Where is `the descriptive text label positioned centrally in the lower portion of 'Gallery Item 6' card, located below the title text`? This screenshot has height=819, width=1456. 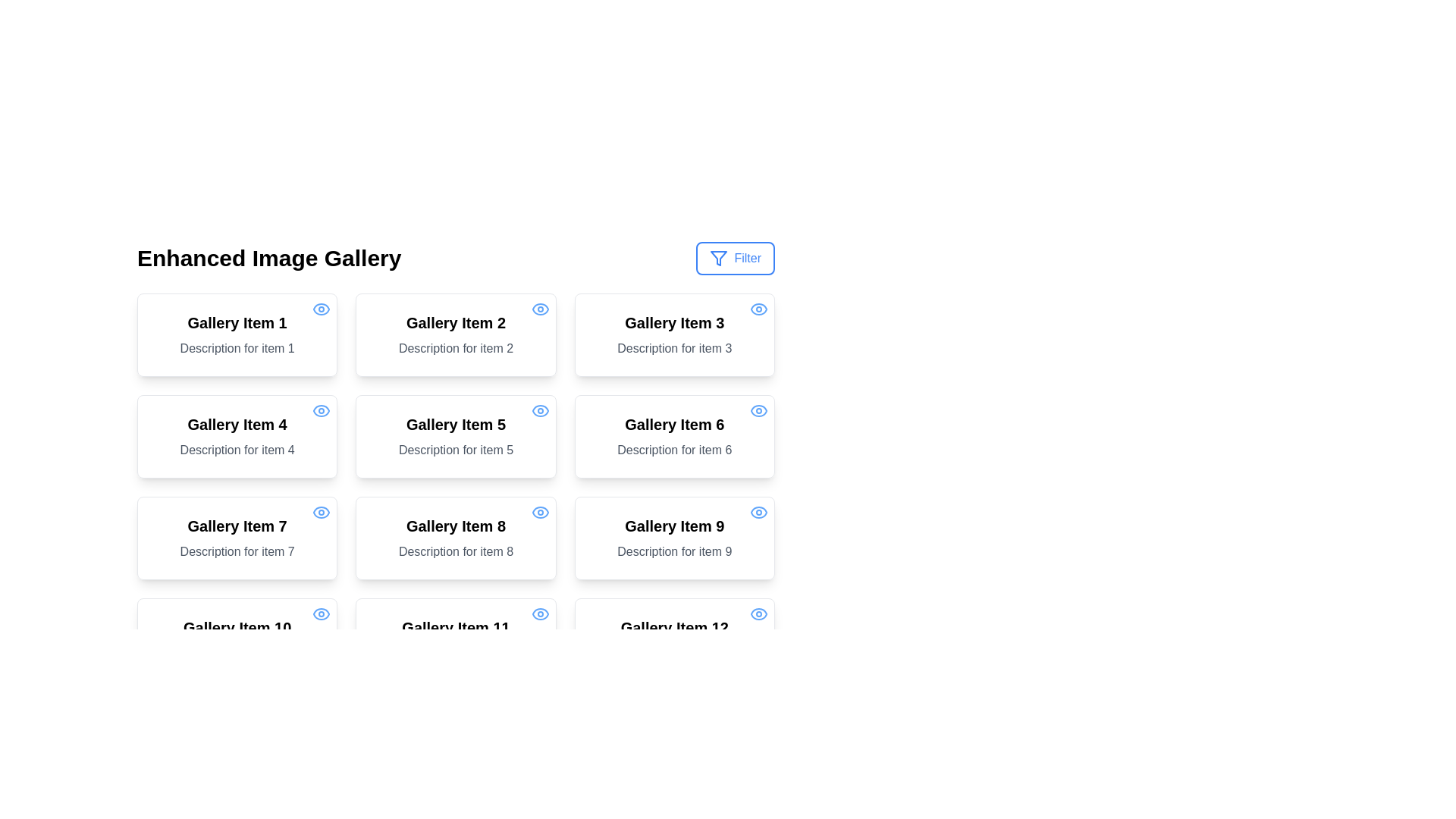
the descriptive text label positioned centrally in the lower portion of 'Gallery Item 6' card, located below the title text is located at coordinates (673, 450).